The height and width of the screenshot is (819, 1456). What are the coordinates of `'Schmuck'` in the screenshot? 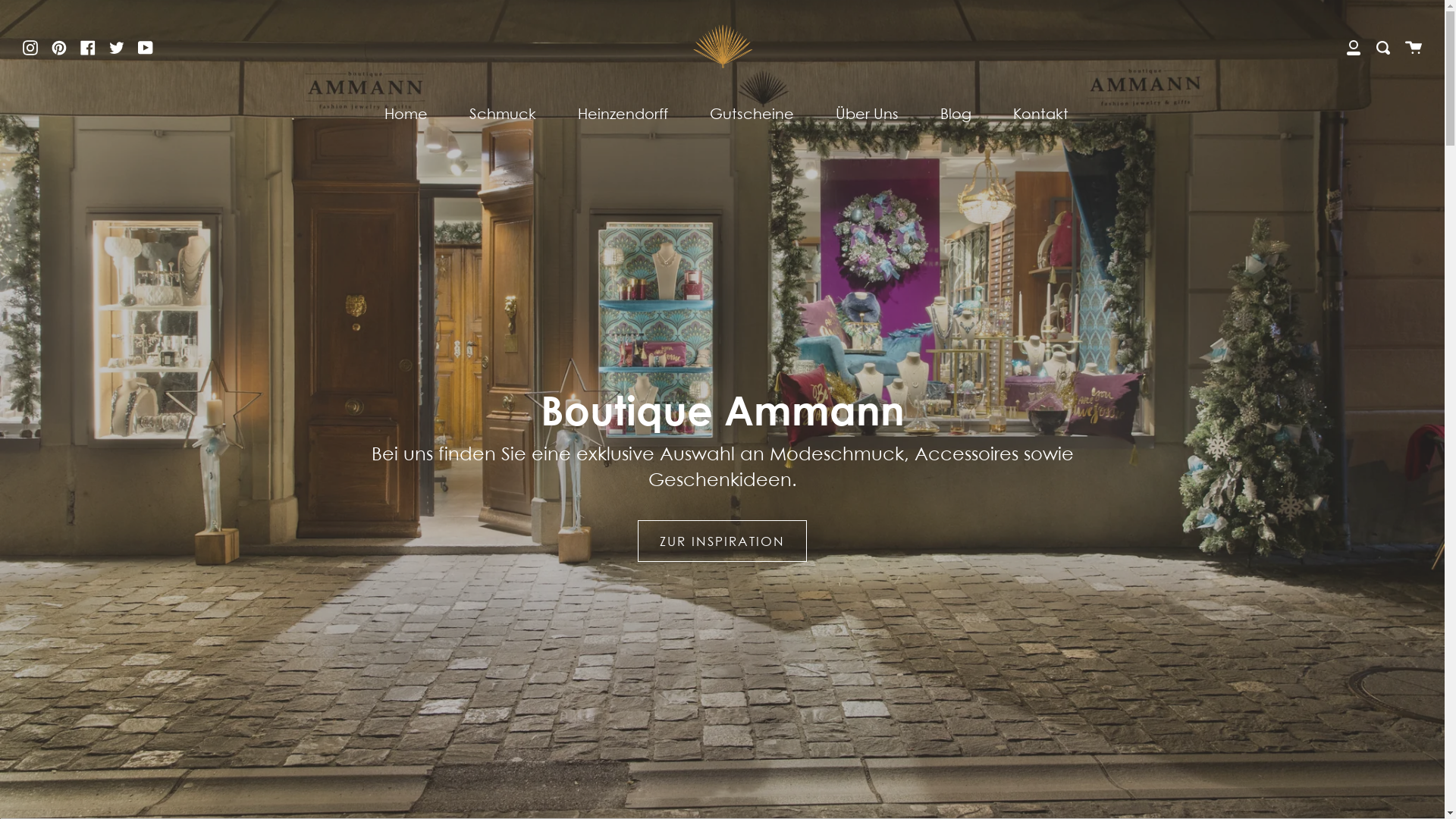 It's located at (502, 113).